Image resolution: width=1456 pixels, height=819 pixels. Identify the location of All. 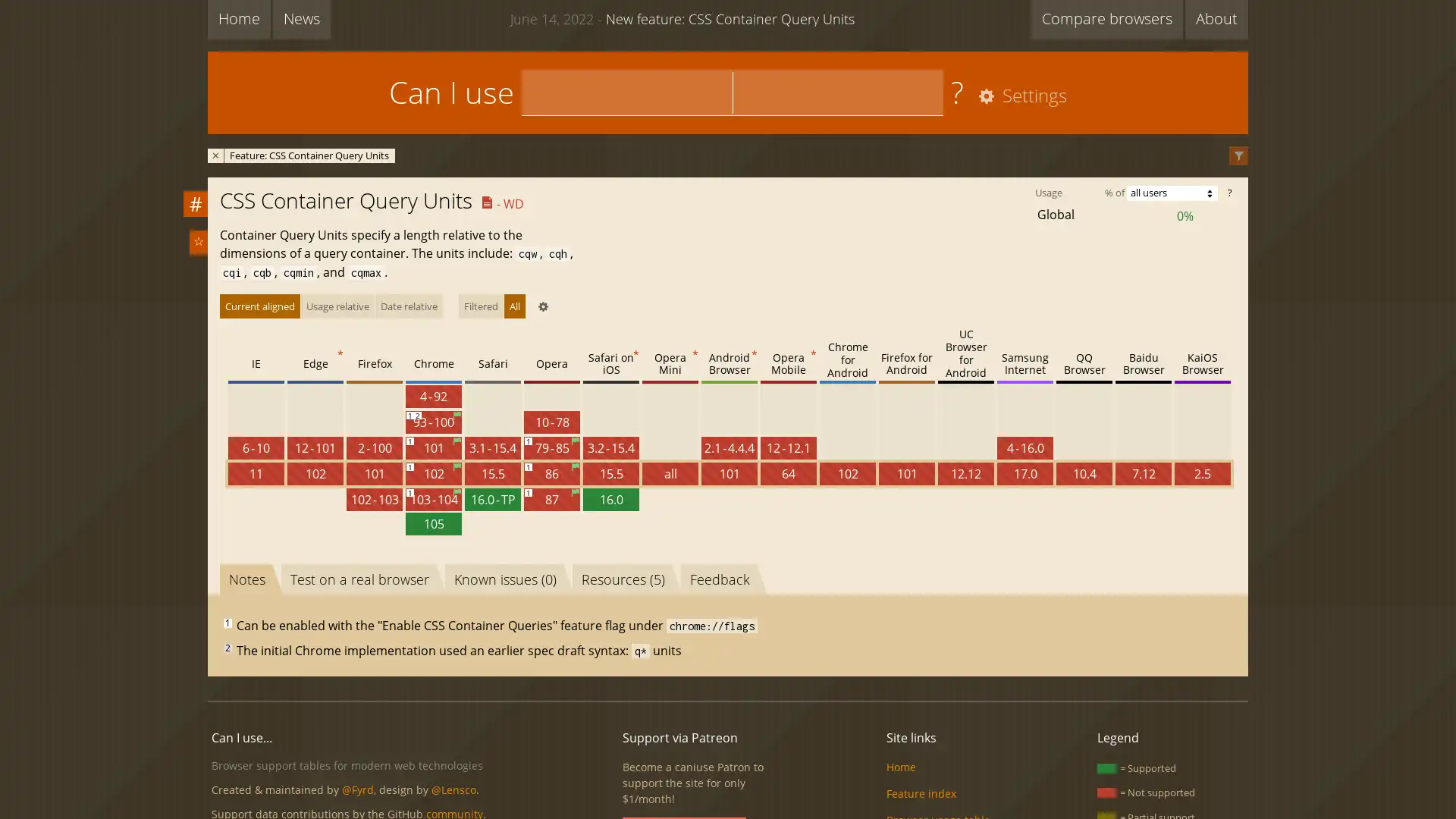
(514, 306).